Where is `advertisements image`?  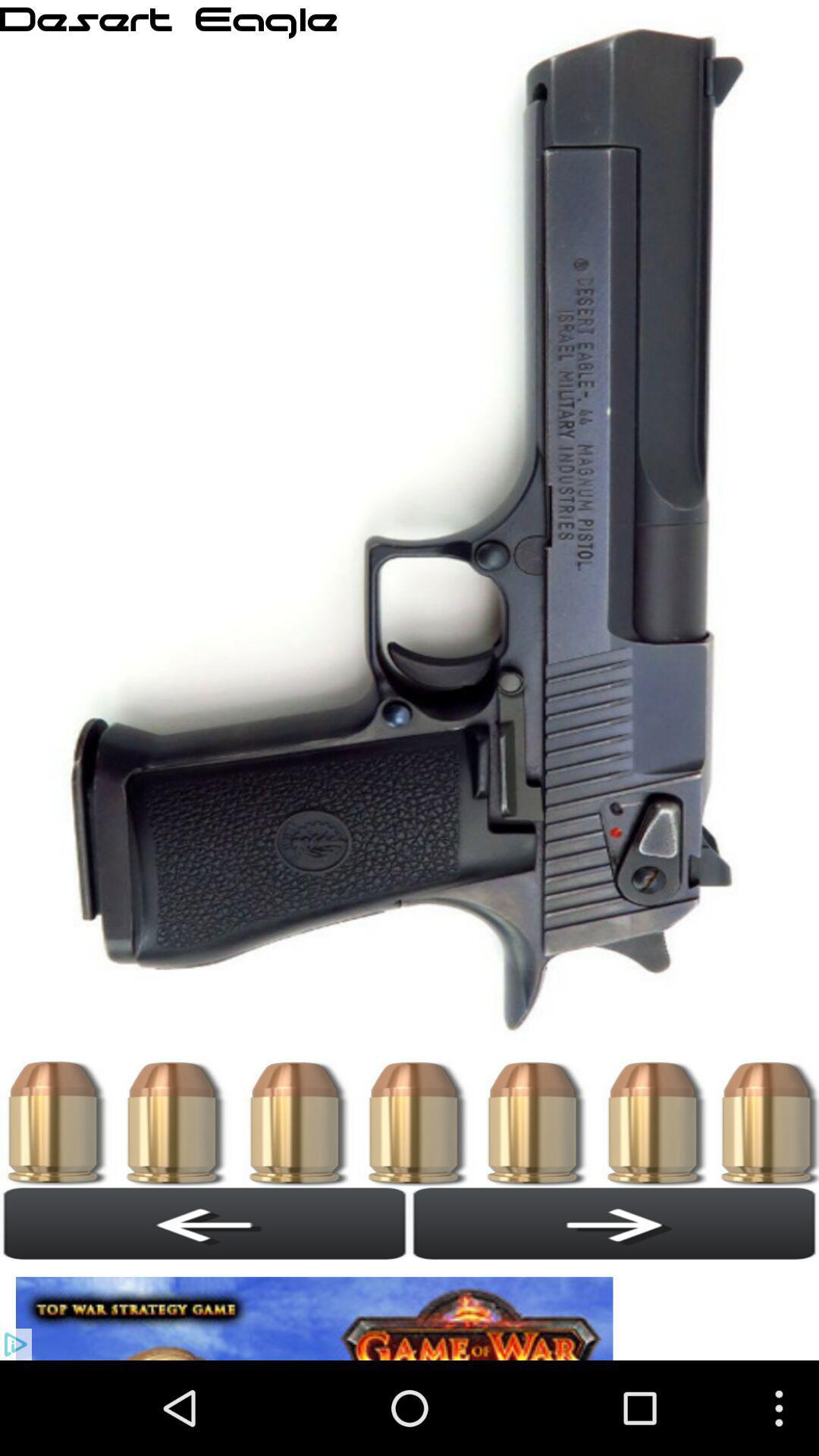
advertisements image is located at coordinates (318, 1310).